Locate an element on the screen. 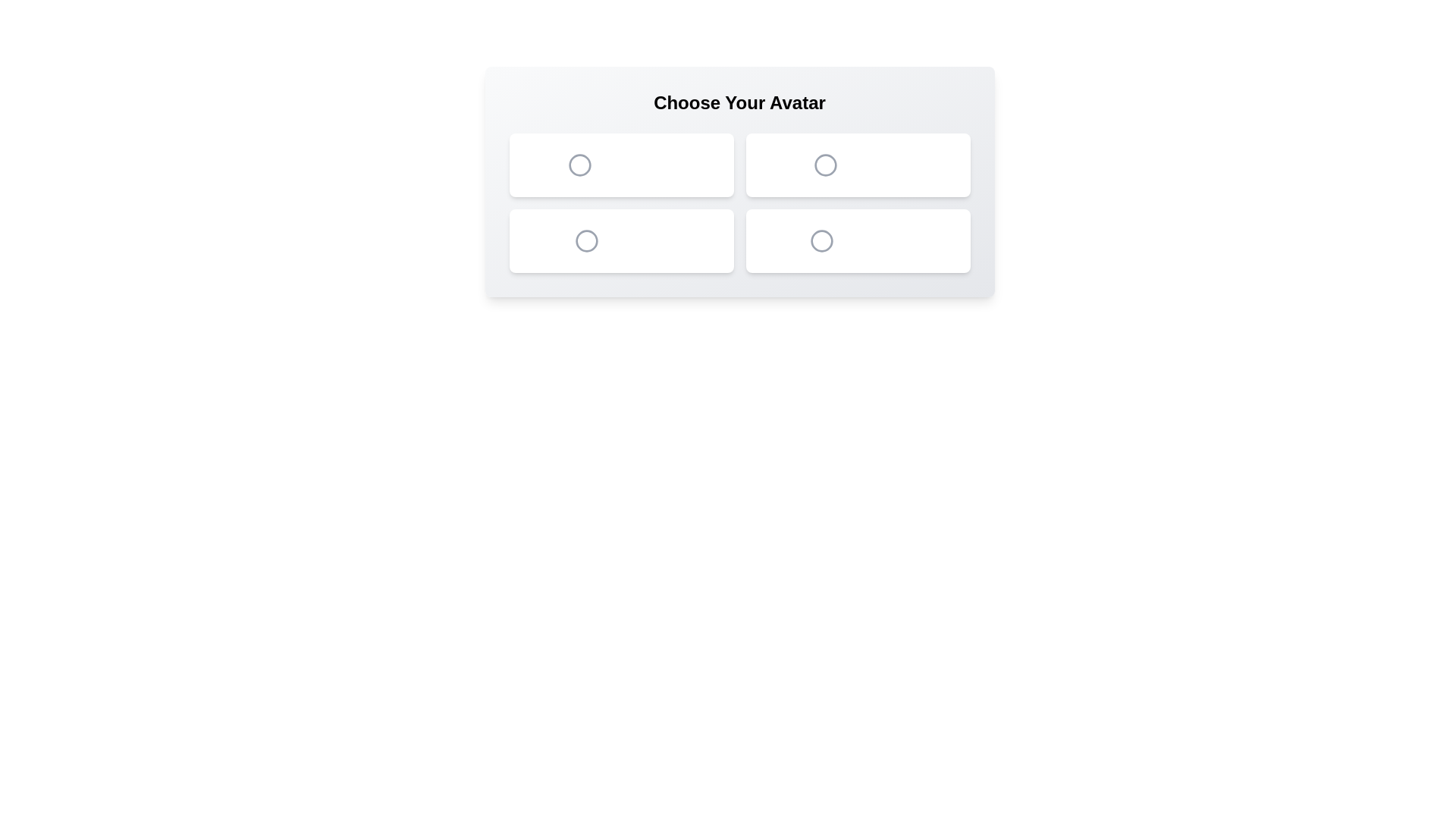 The image size is (1456, 819). the circular icon with a gray border and white interior located on the left side of the 'Adventurer' selection box is located at coordinates (579, 165).